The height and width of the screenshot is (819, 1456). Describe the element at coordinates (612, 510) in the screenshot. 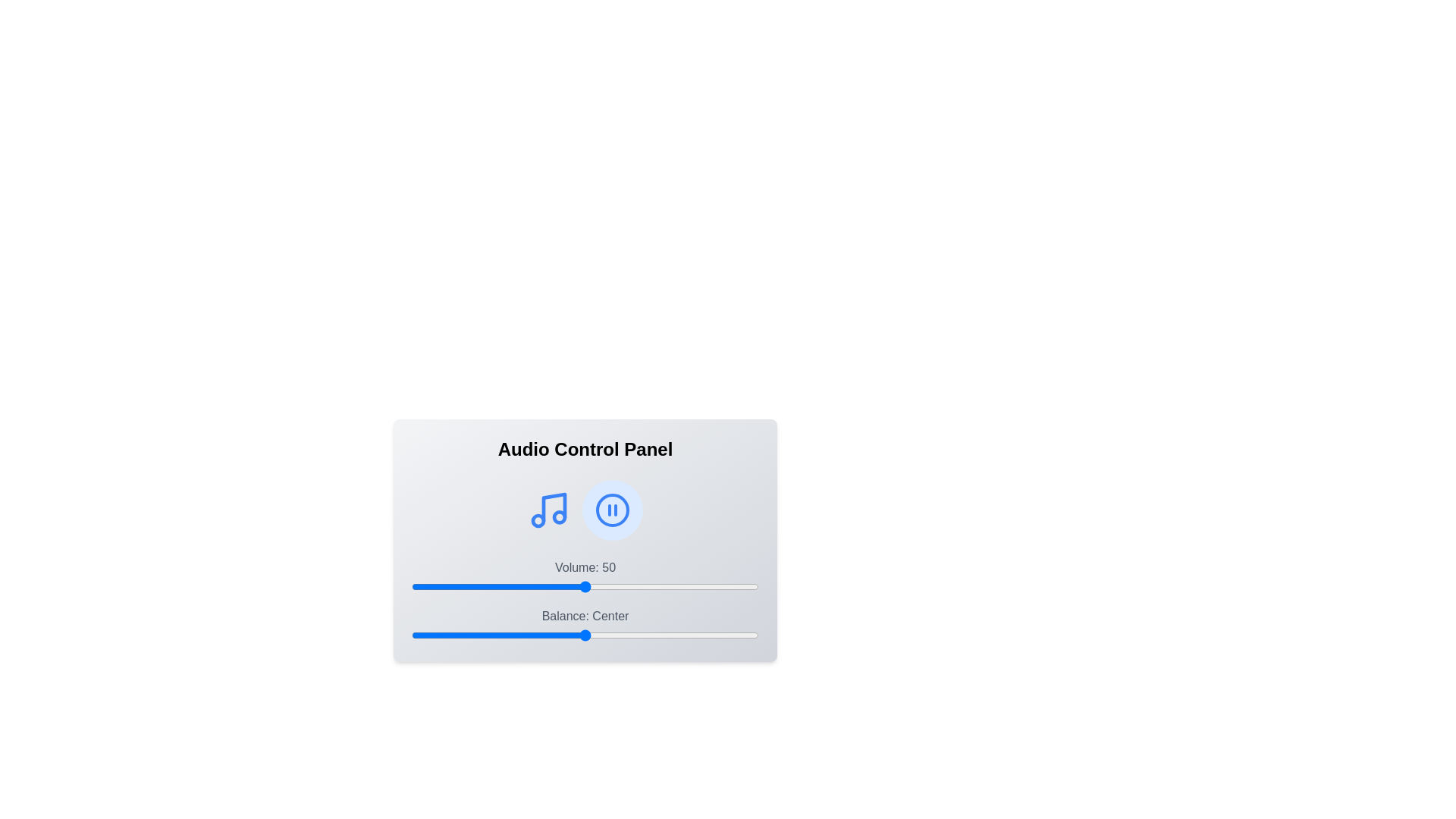

I see `the pause button located` at that location.